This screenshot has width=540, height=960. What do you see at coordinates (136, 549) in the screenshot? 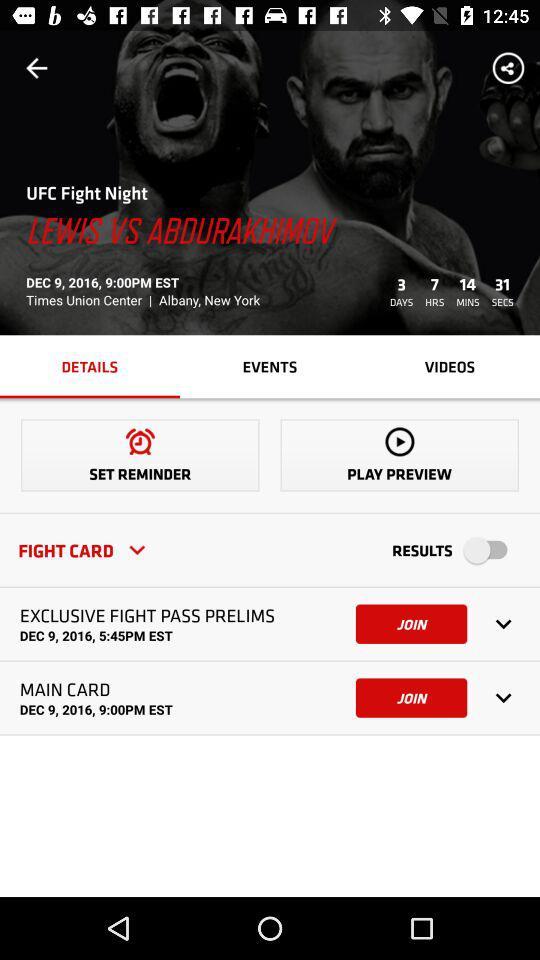
I see `the drop down beside the fight card` at bounding box center [136, 549].